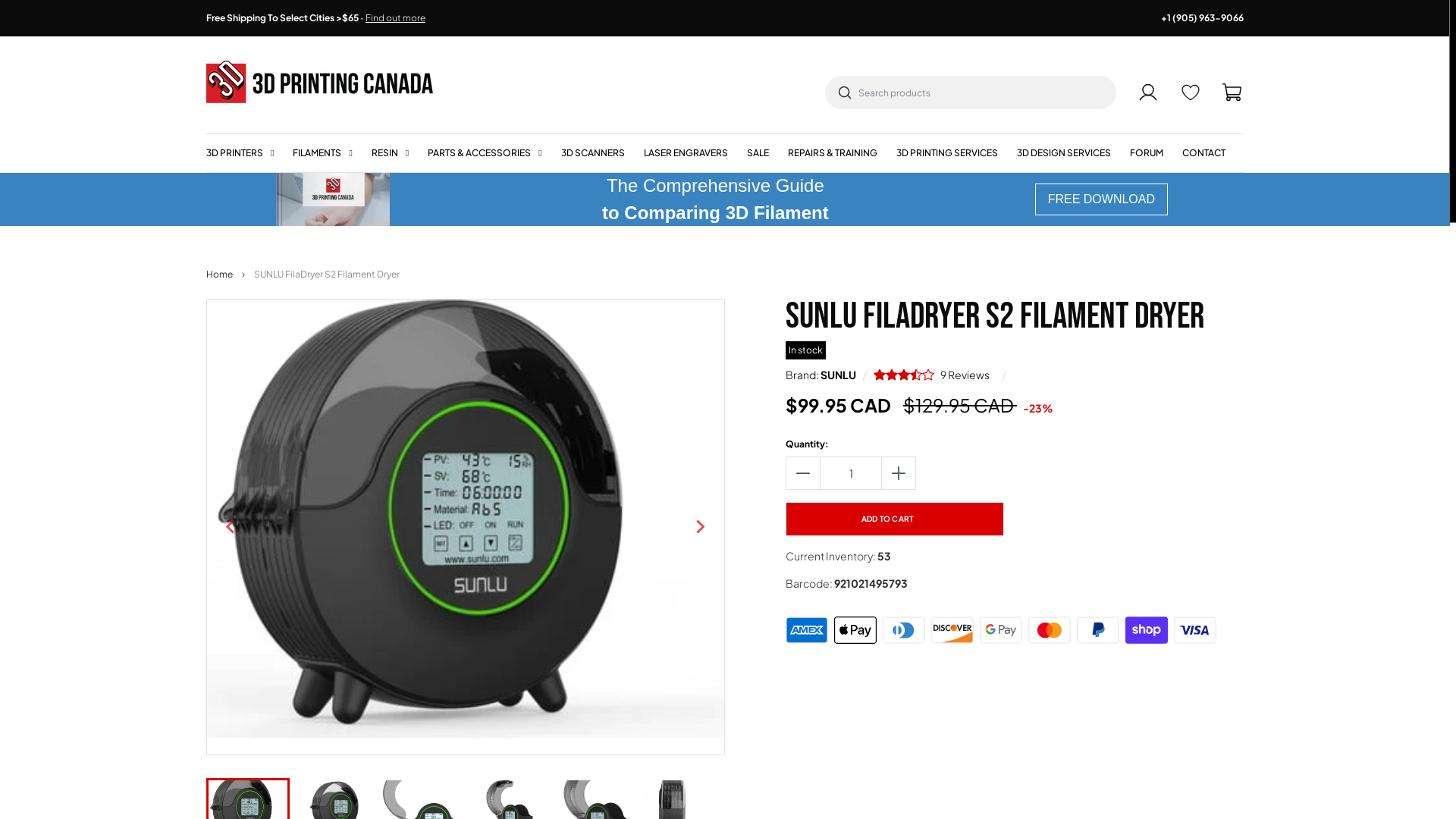 This screenshot has height=819, width=1456. I want to click on 'RESIN', so click(390, 152).